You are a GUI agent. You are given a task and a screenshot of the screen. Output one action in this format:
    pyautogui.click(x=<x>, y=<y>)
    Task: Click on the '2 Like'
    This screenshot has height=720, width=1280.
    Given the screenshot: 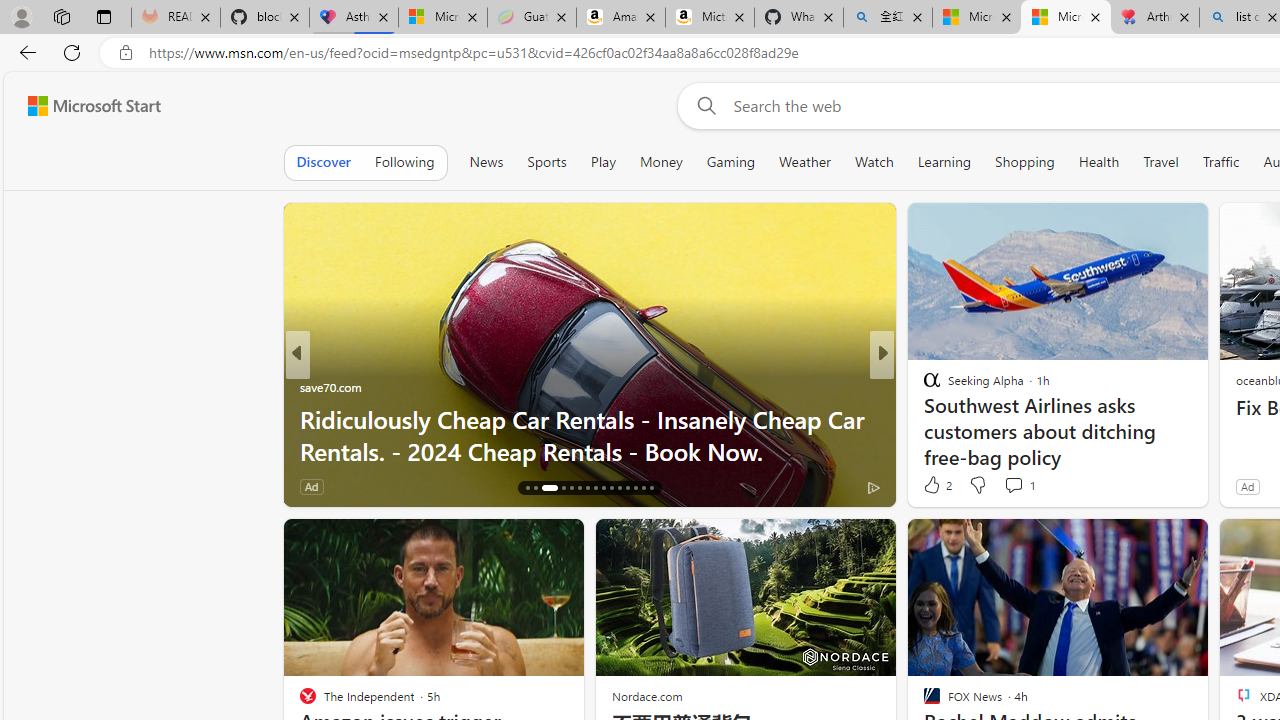 What is the action you would take?
    pyautogui.click(x=935, y=484)
    